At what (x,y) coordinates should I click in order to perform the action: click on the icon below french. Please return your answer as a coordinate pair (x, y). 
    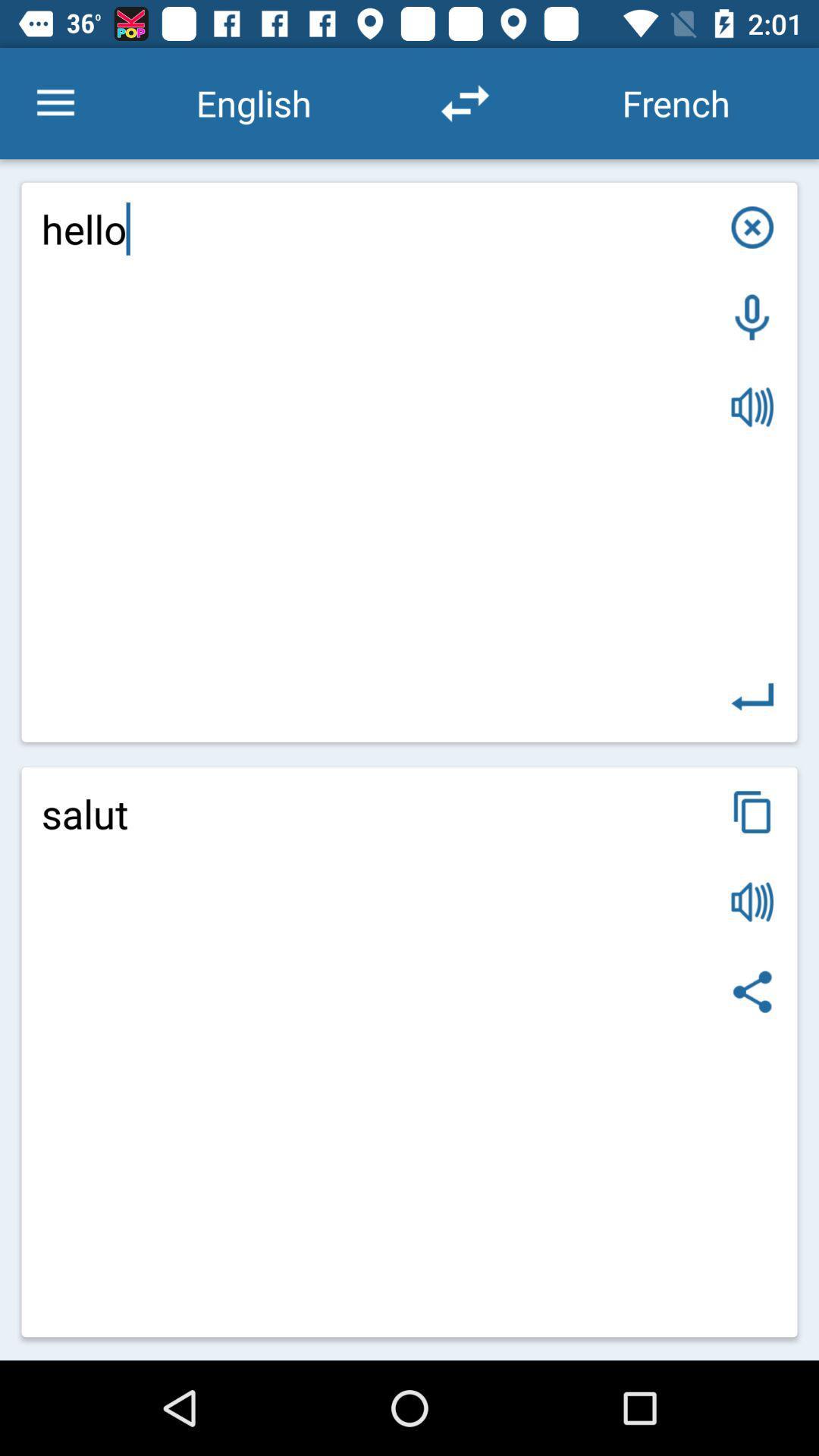
    Looking at the image, I should click on (752, 226).